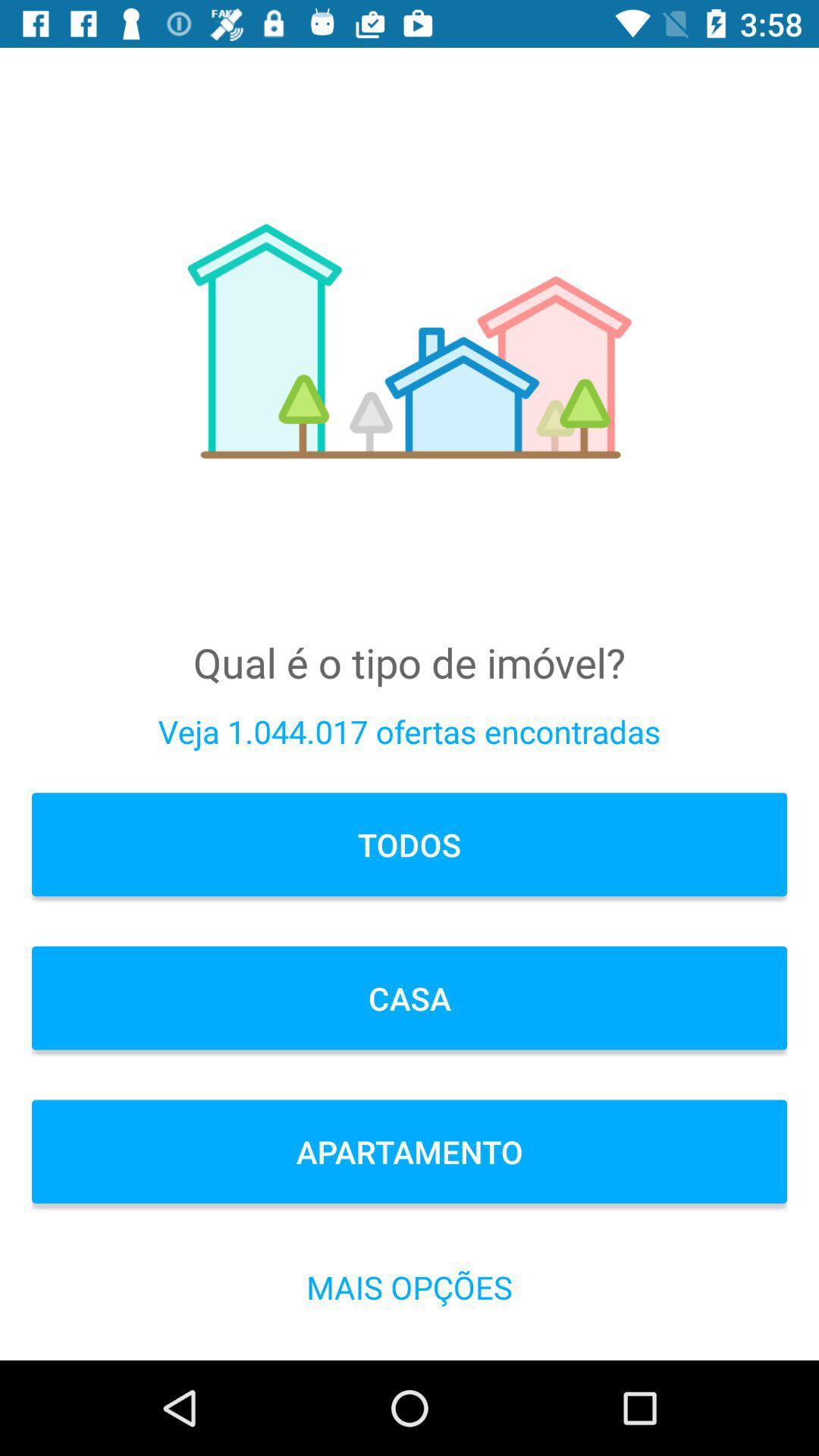  I want to click on apartamento item, so click(409, 1151).